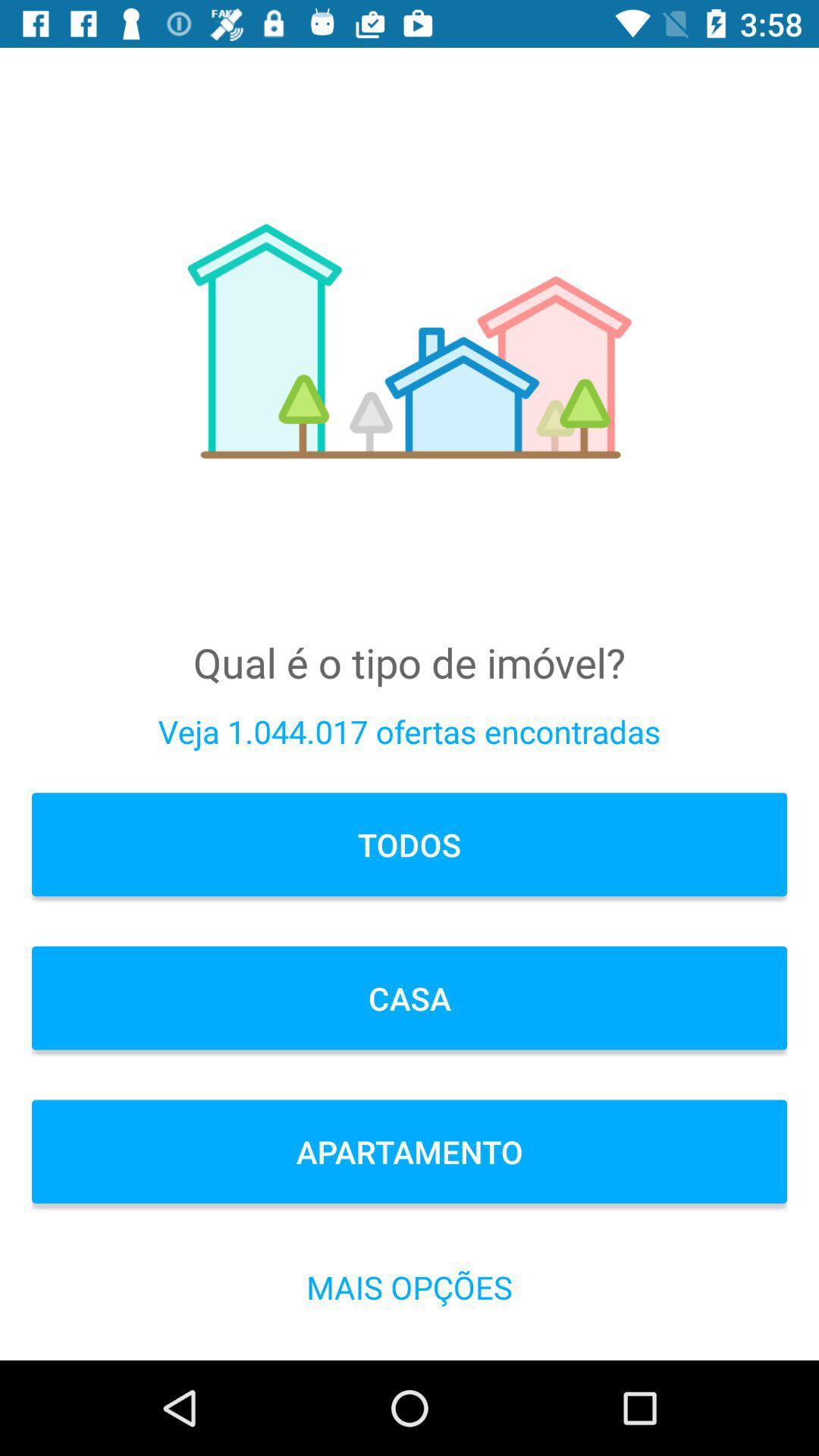  I want to click on apartamento item, so click(409, 1151).